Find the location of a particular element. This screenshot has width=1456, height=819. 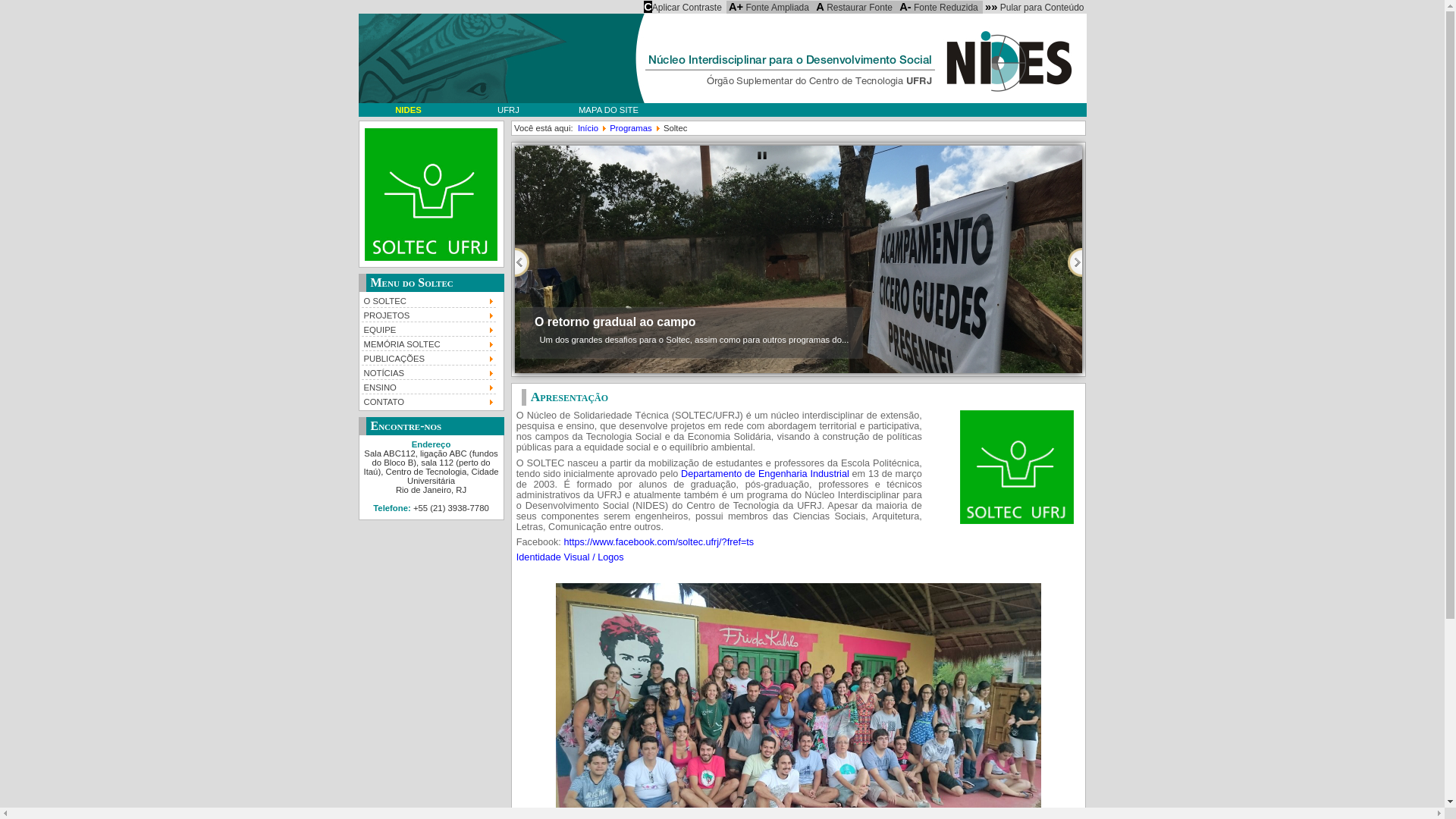

'CAplicar Contraste' is located at coordinates (641, 6).